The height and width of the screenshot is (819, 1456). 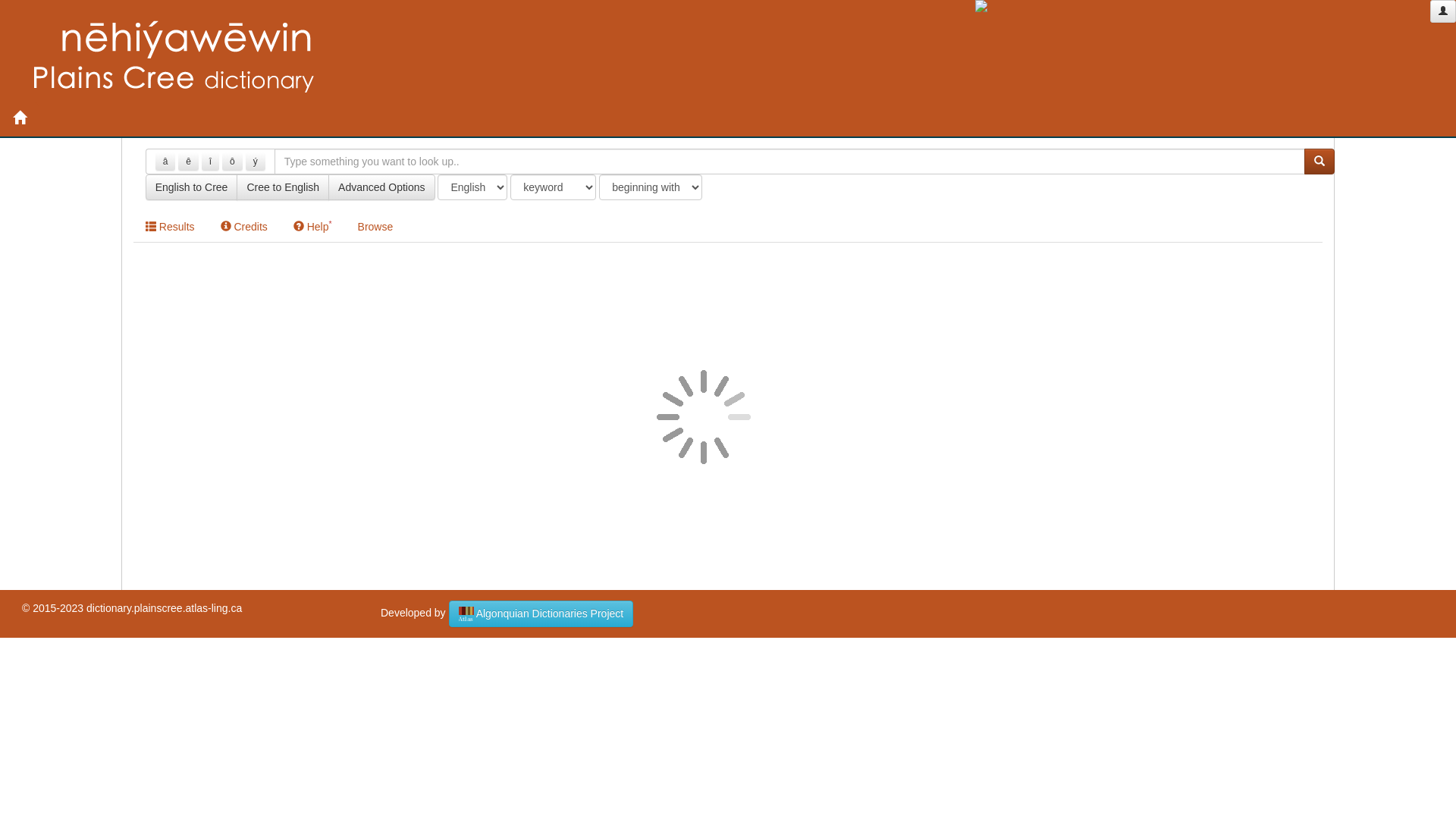 What do you see at coordinates (207, 227) in the screenshot?
I see `'Credits'` at bounding box center [207, 227].